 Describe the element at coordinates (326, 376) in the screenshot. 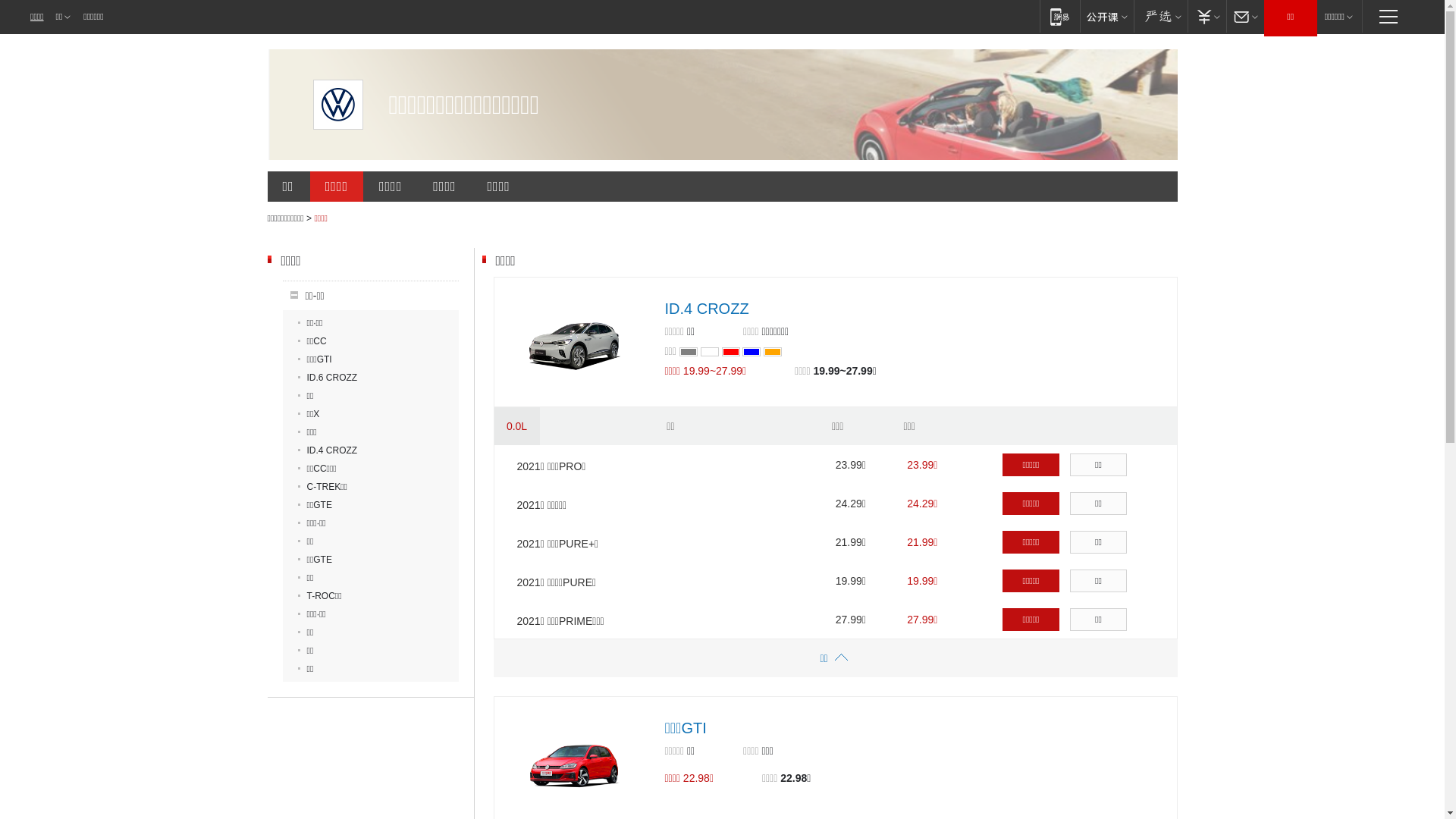

I see `'ID.6 CROZZ'` at that location.